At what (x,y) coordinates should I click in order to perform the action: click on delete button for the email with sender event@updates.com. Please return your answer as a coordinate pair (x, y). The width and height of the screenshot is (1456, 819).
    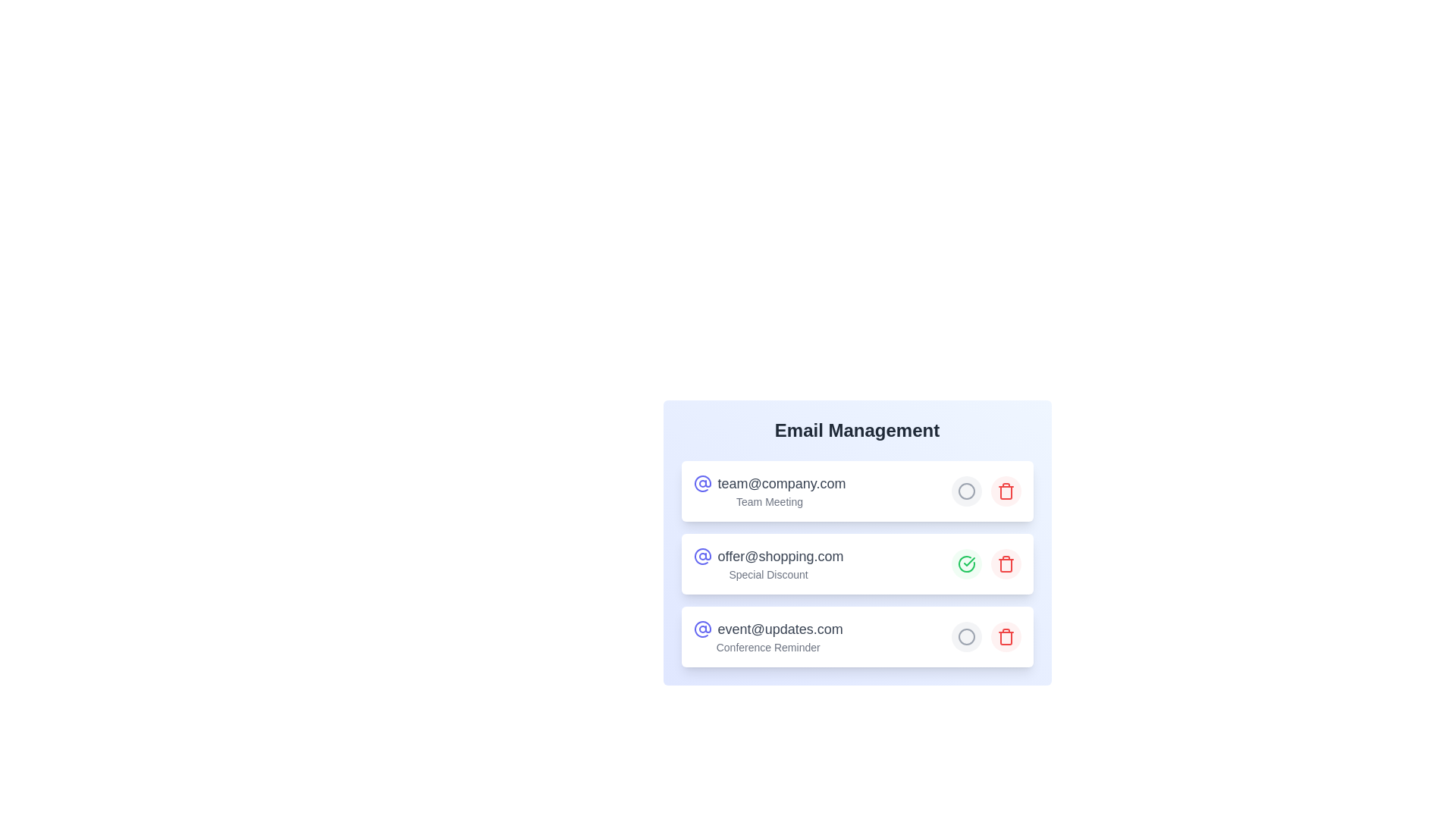
    Looking at the image, I should click on (1006, 637).